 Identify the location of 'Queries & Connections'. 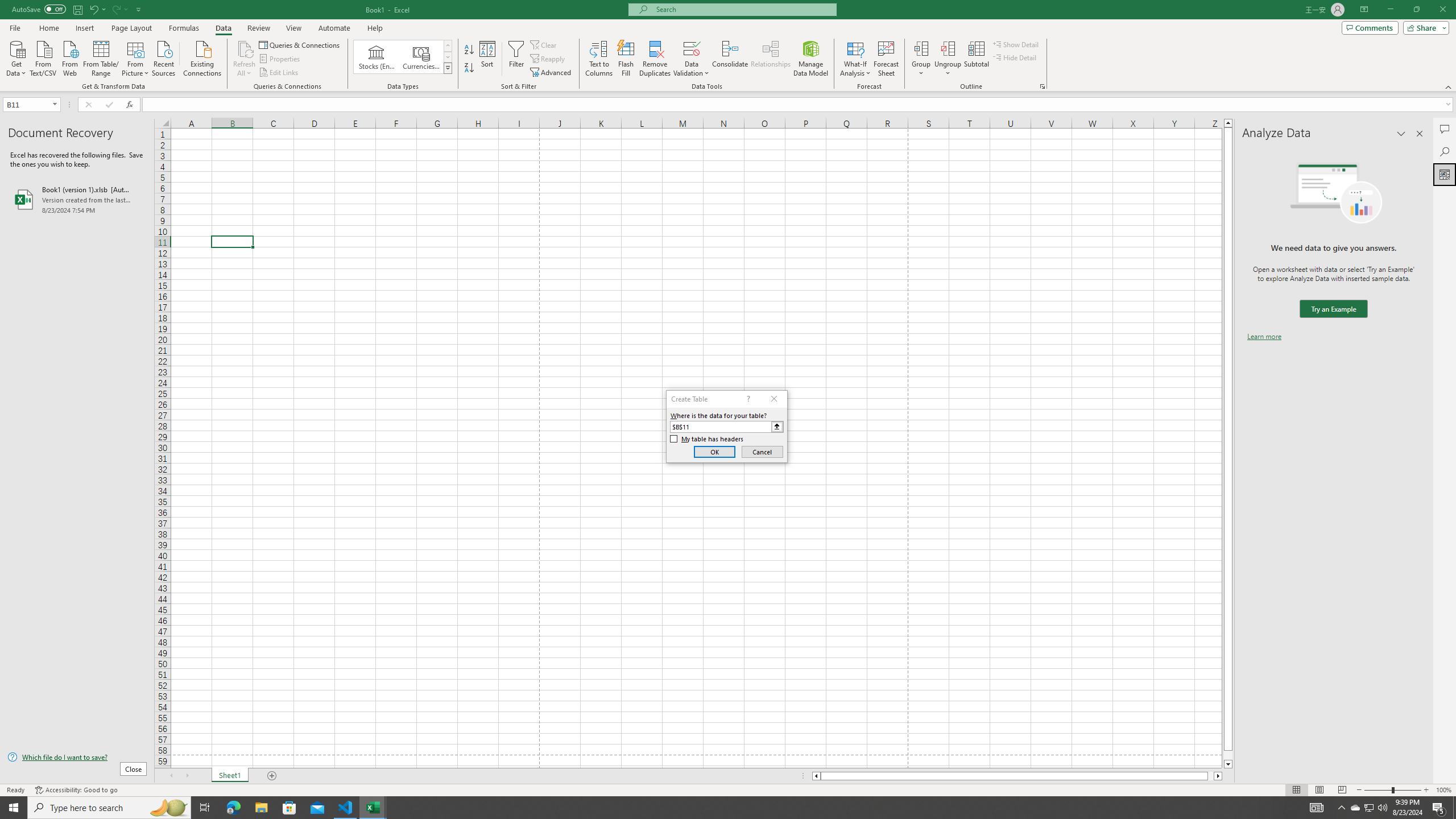
(300, 44).